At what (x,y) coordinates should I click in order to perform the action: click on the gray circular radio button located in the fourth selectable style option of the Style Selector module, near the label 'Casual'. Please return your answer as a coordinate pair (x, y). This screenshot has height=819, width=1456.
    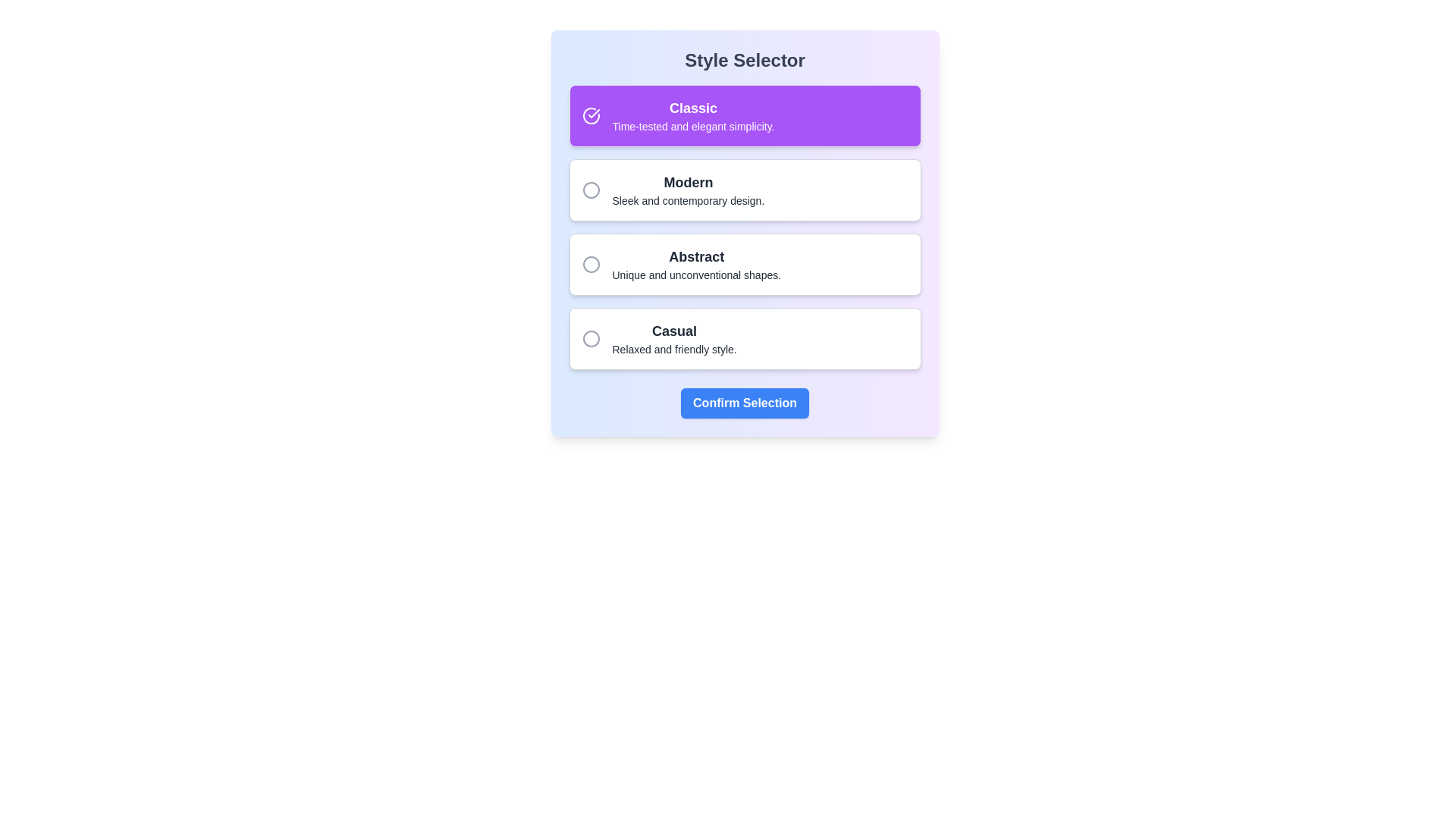
    Looking at the image, I should click on (590, 338).